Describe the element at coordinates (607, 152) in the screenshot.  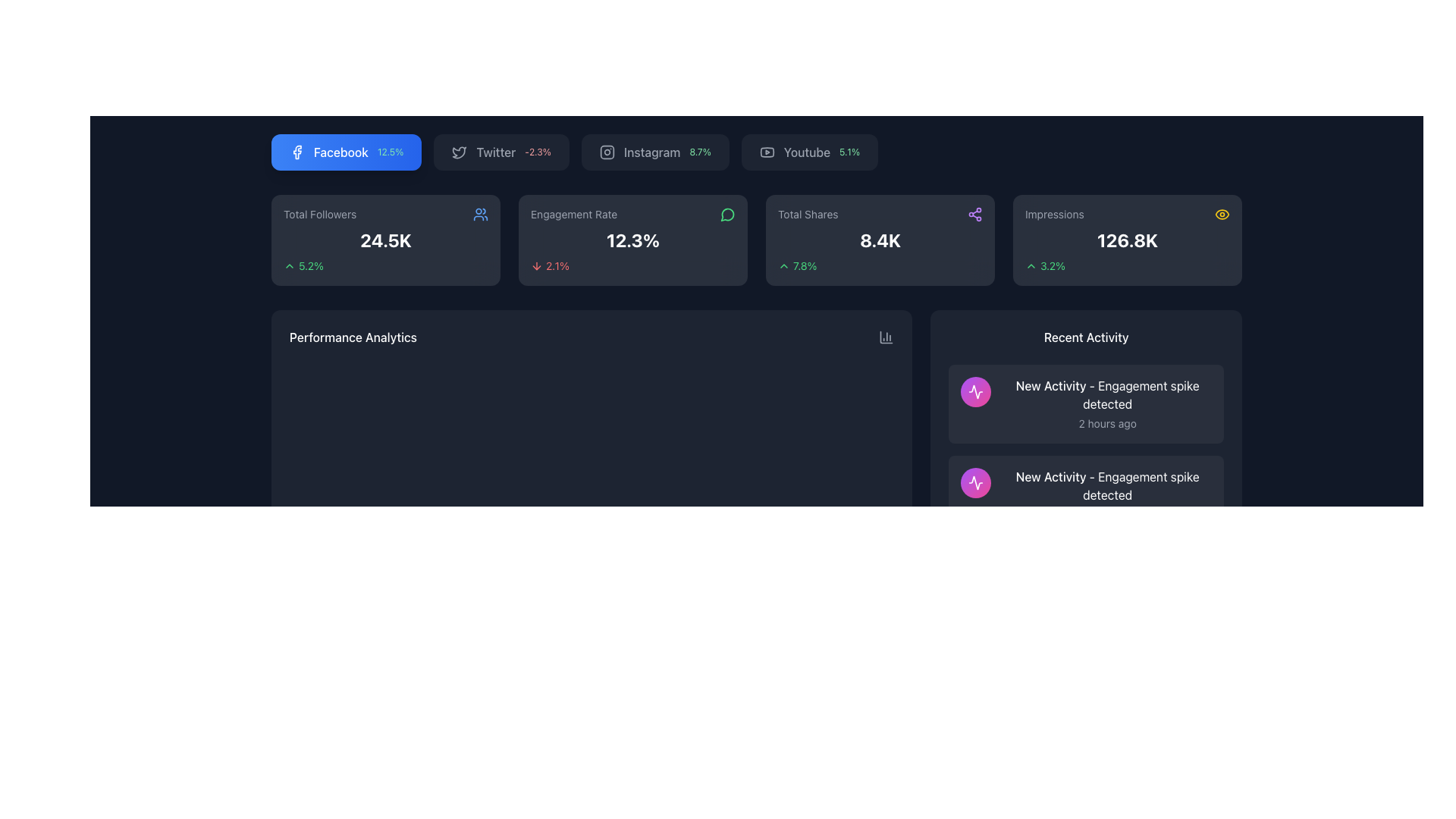
I see `the Instagram icon, which resembles a circular camera design with a small dot, located within the social media options` at that location.